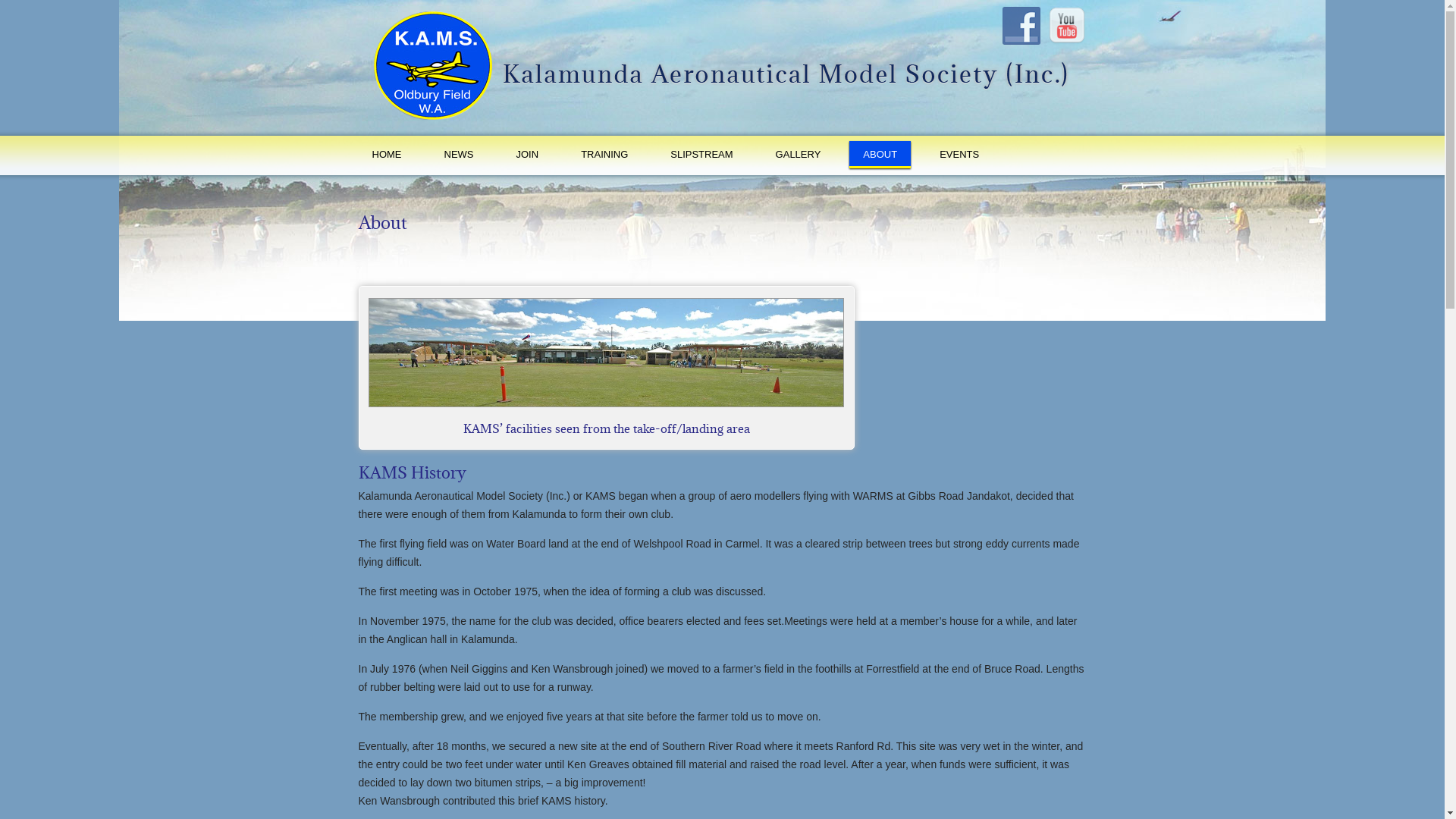 The width and height of the screenshot is (1456, 819). What do you see at coordinates (959, 155) in the screenshot?
I see `'EVENTS'` at bounding box center [959, 155].